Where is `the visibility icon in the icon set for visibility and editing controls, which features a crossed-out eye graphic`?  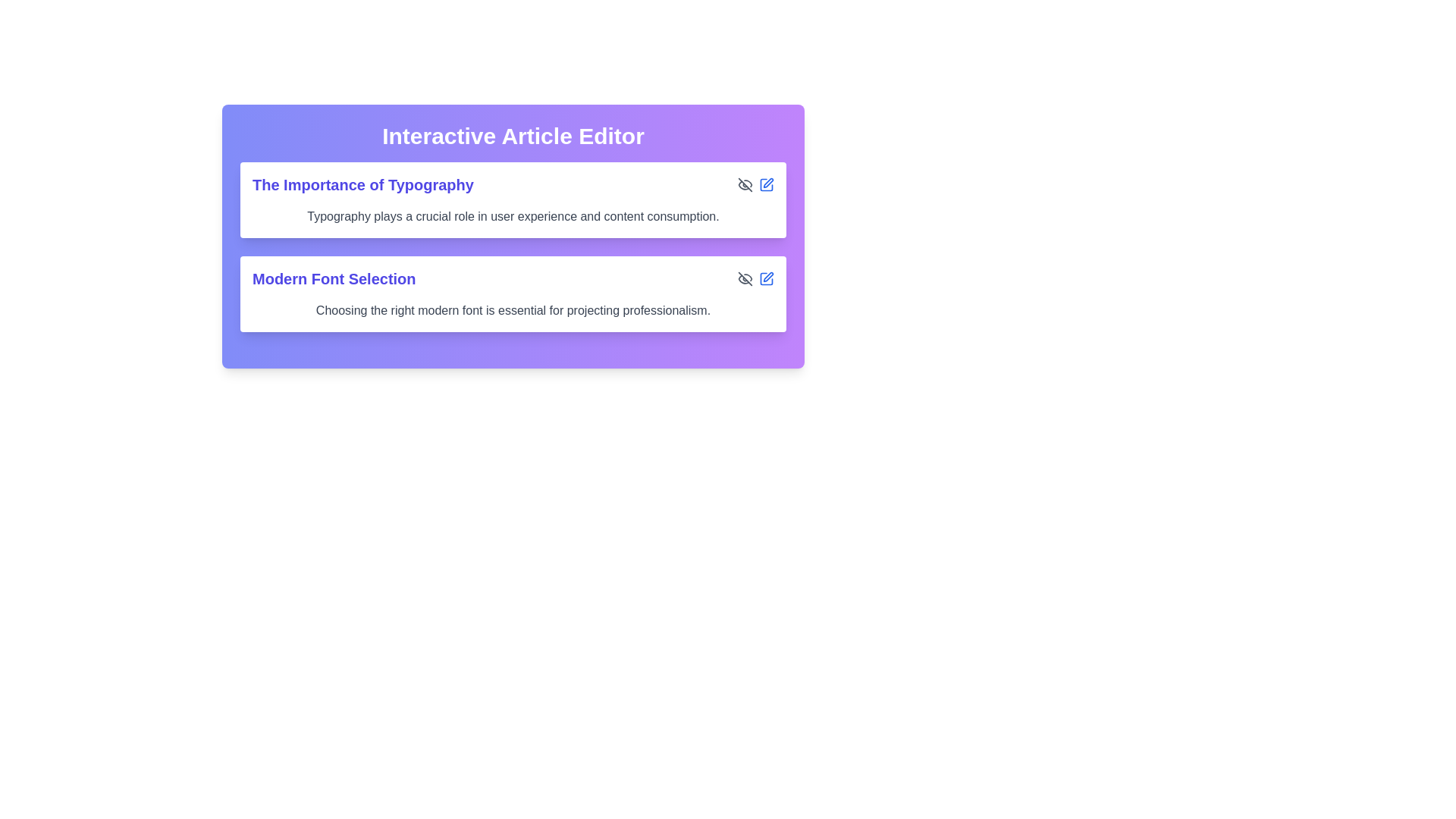
the visibility icon in the icon set for visibility and editing controls, which features a crossed-out eye graphic is located at coordinates (756, 278).